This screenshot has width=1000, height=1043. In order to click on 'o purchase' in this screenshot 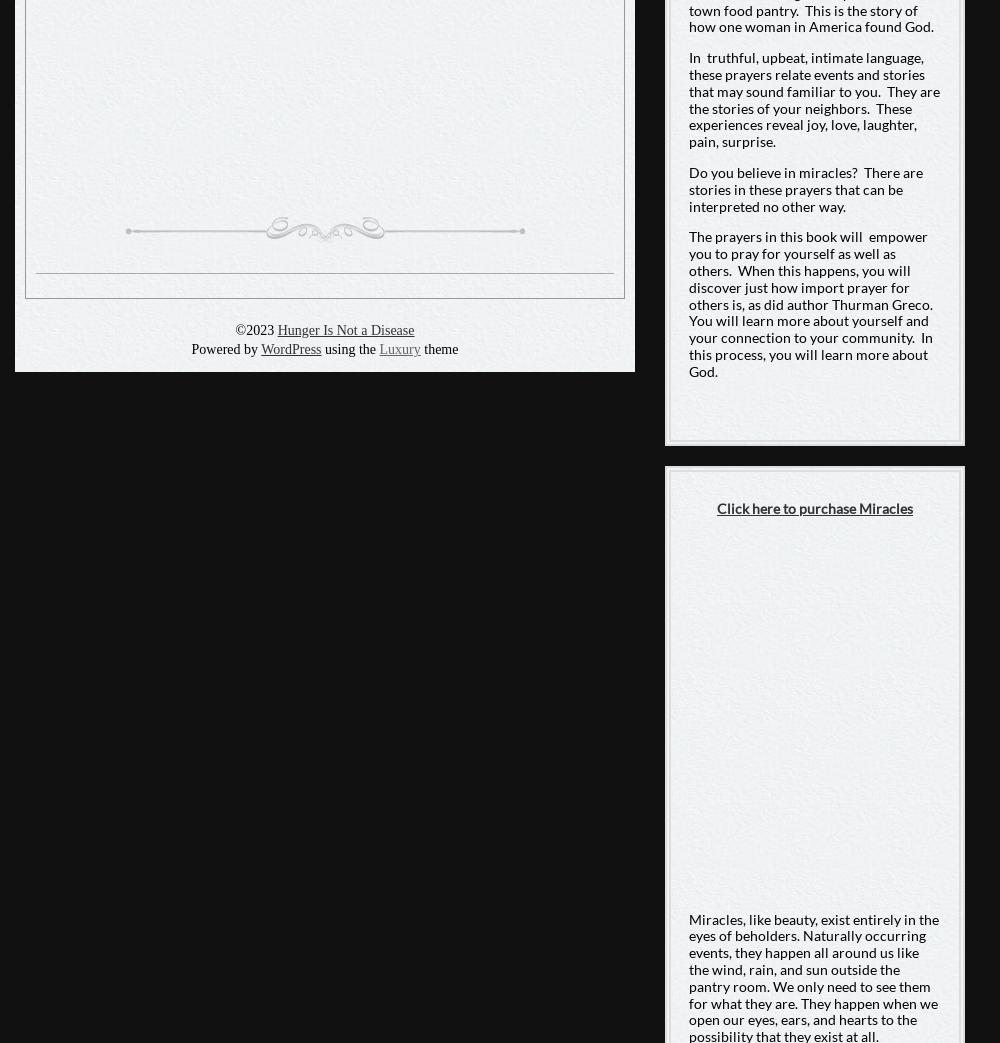, I will do `click(788, 507)`.